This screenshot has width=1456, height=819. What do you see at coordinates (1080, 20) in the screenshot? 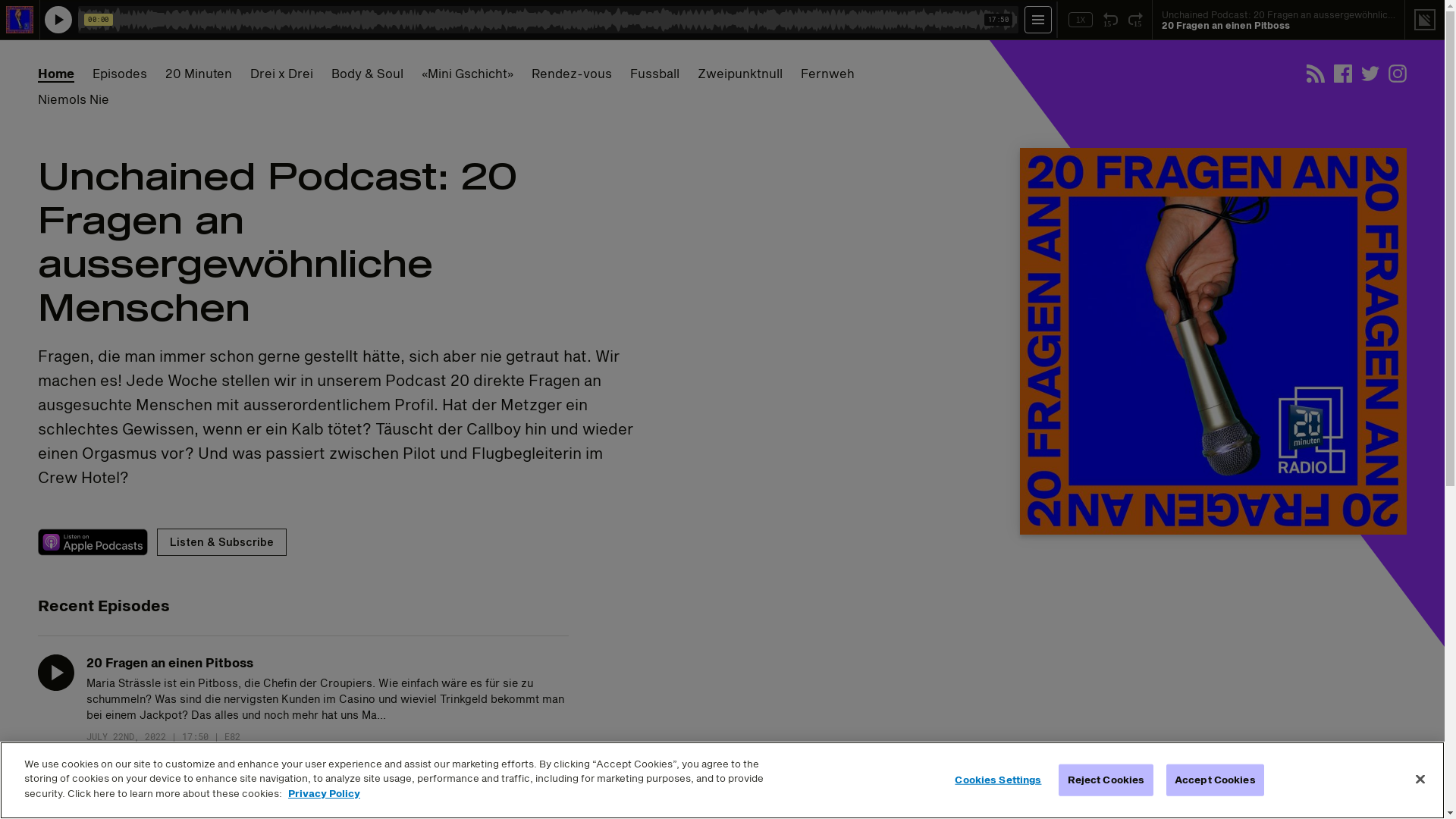
I see `'1X'` at bounding box center [1080, 20].